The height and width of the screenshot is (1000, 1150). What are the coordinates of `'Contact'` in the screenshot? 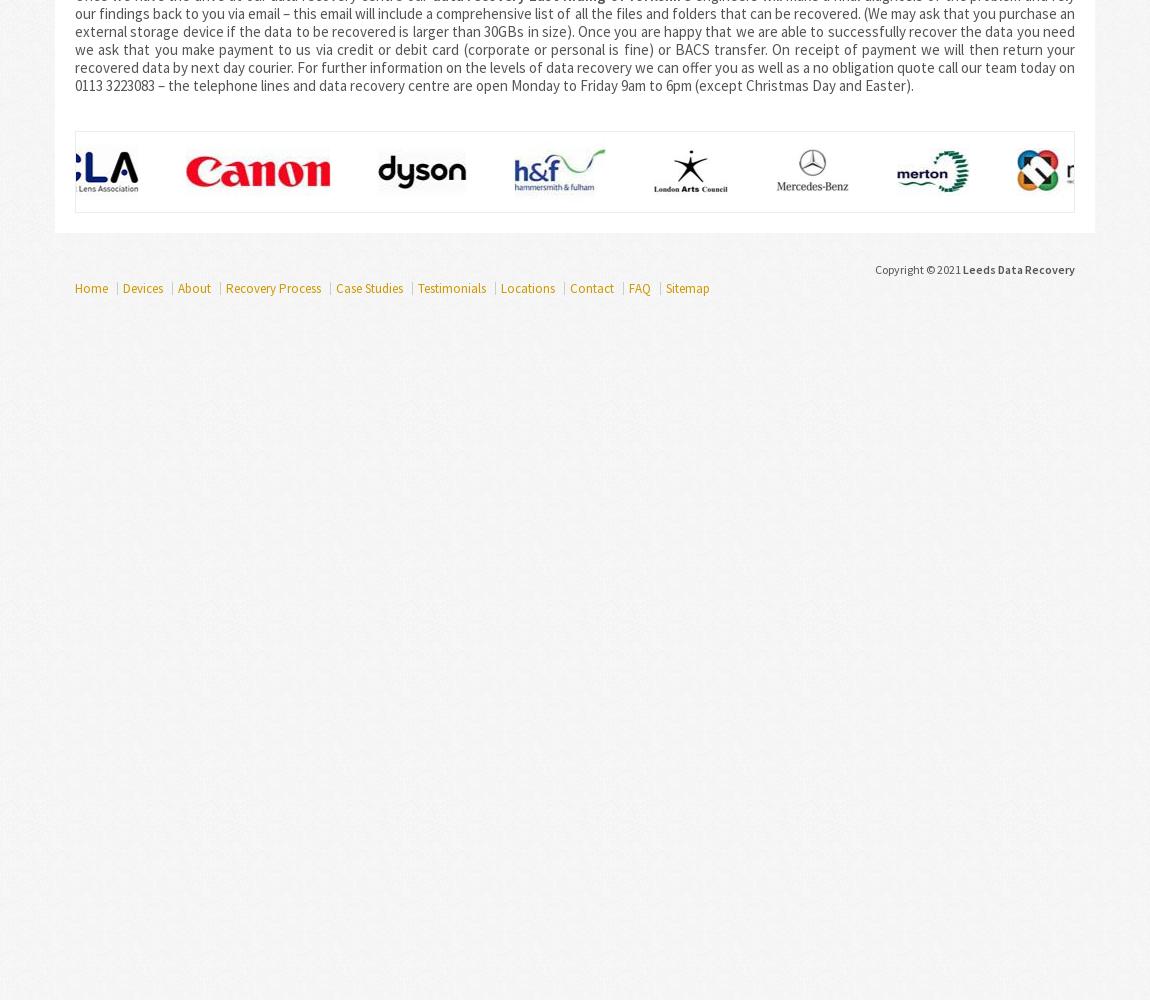 It's located at (570, 288).